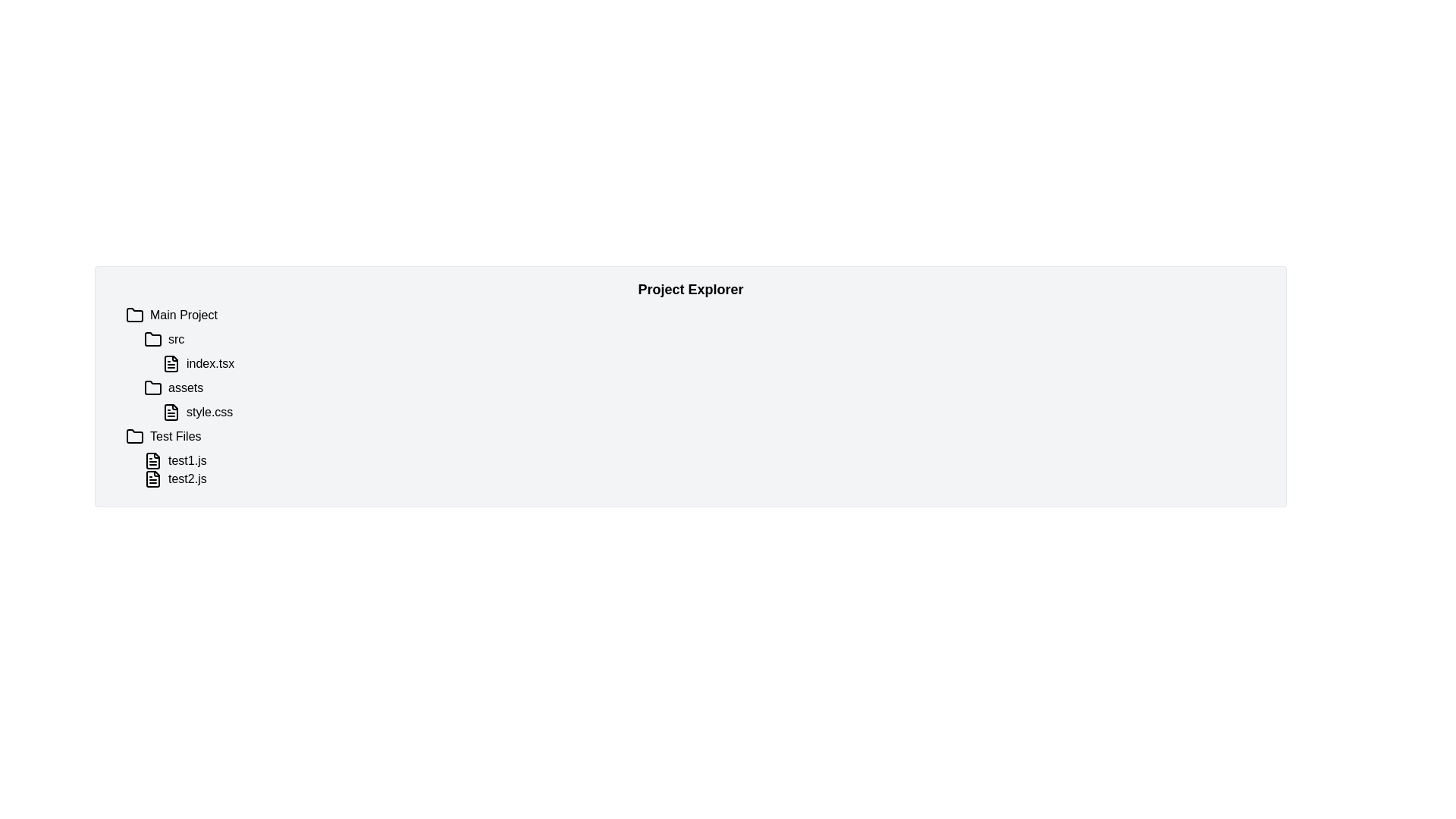 The image size is (1456, 819). I want to click on the text label with the associated icon representing the file 'style.css' in the 'assets' folder, so click(209, 412).